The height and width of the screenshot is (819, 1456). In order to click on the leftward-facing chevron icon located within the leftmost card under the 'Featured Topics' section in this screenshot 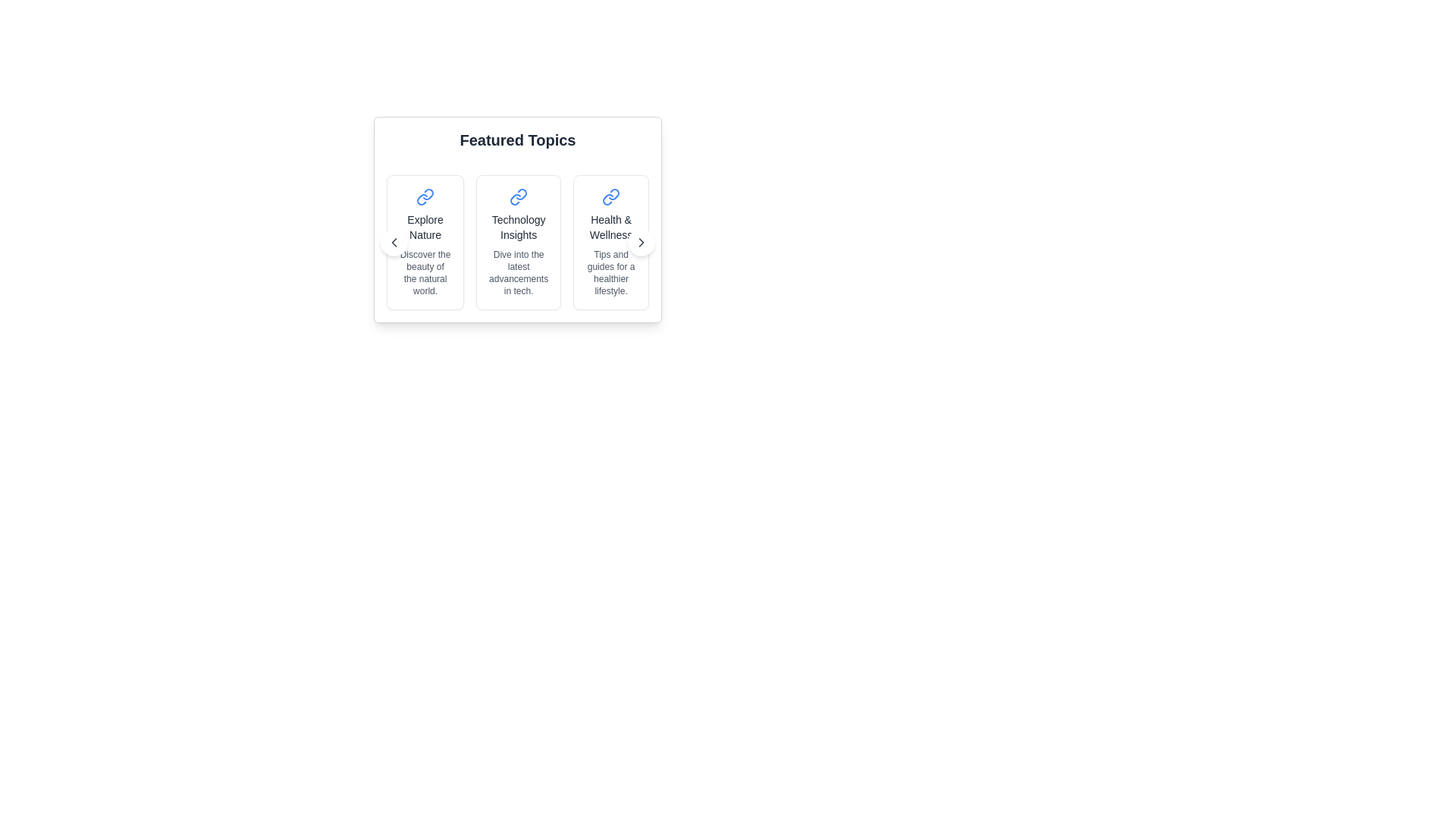, I will do `click(394, 242)`.